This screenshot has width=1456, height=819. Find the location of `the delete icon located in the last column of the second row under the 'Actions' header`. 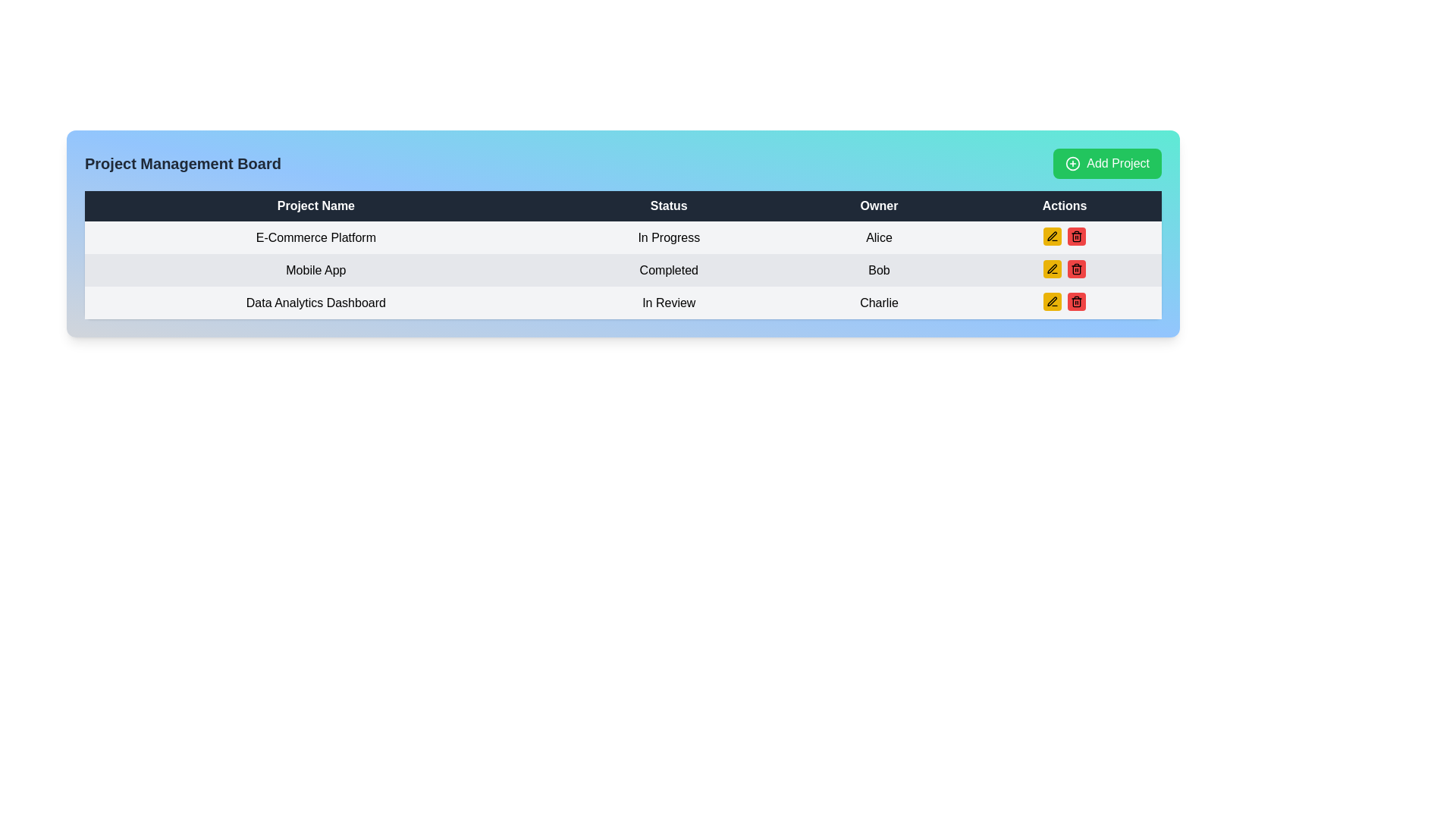

the delete icon located in the last column of the second row under the 'Actions' header is located at coordinates (1076, 268).